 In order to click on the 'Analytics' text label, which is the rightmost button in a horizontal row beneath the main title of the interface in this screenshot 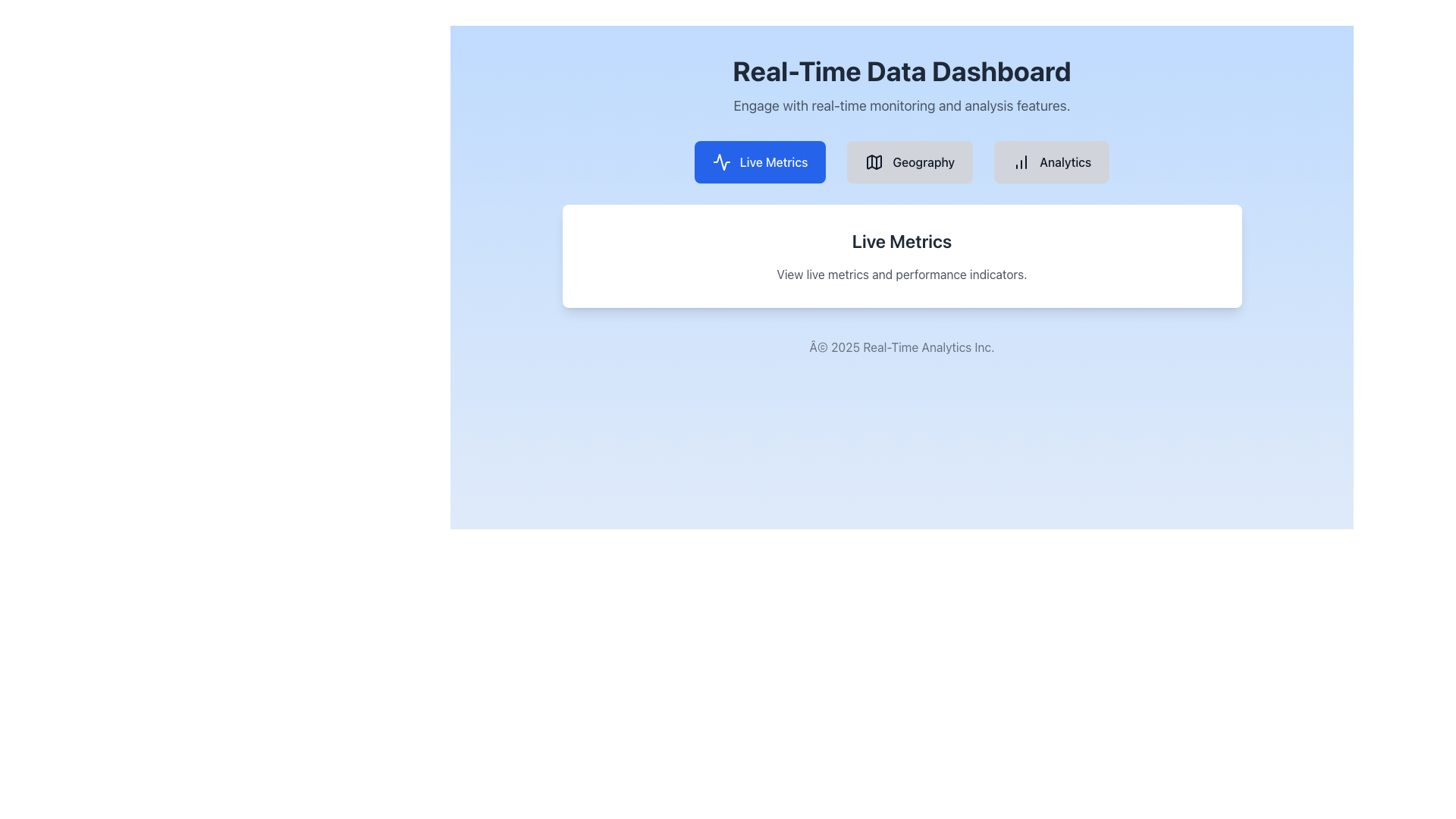, I will do `click(1065, 162)`.